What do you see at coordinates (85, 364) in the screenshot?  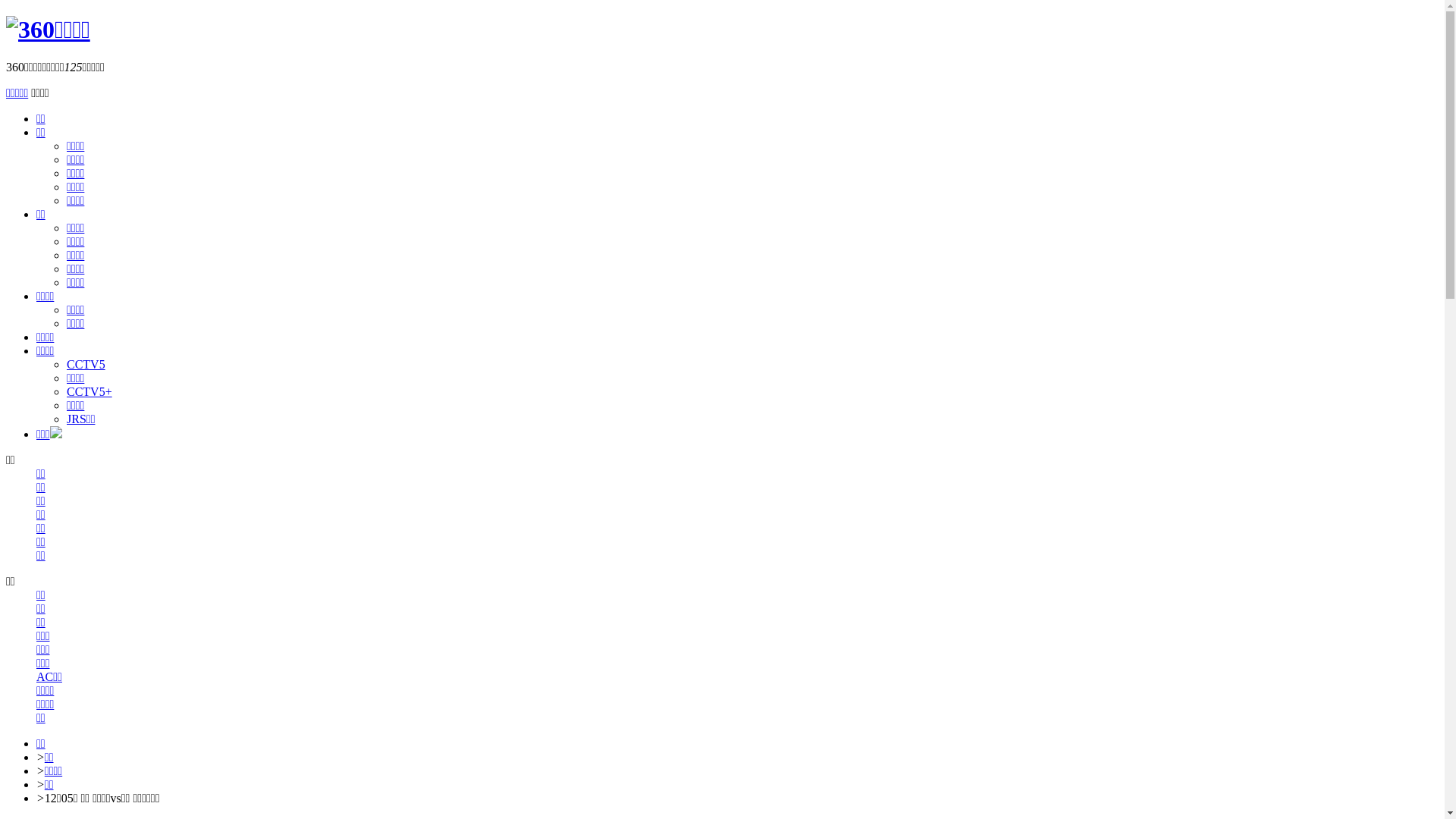 I see `'CCTV5'` at bounding box center [85, 364].